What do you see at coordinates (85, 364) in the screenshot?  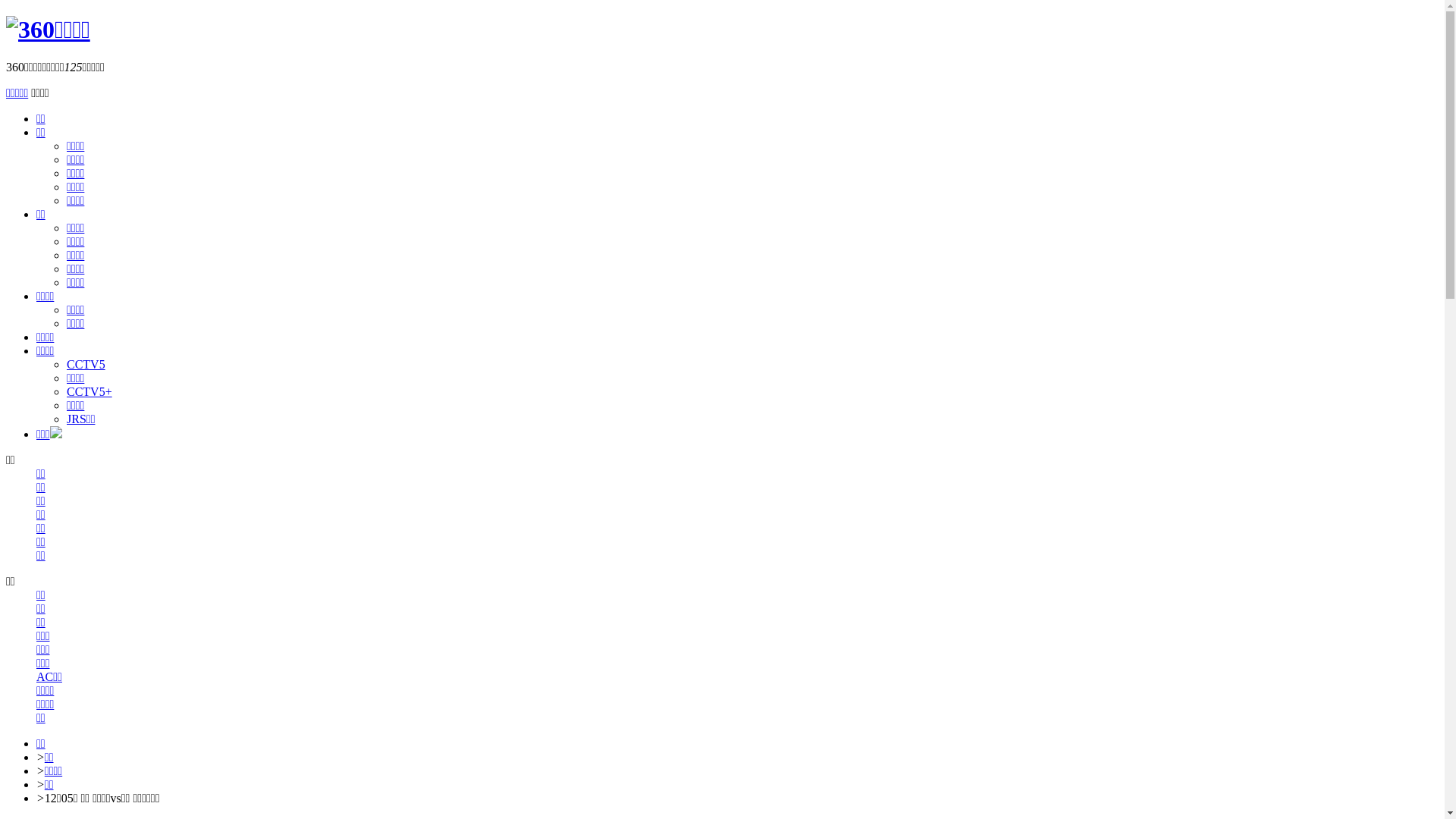 I see `'CCTV5'` at bounding box center [85, 364].